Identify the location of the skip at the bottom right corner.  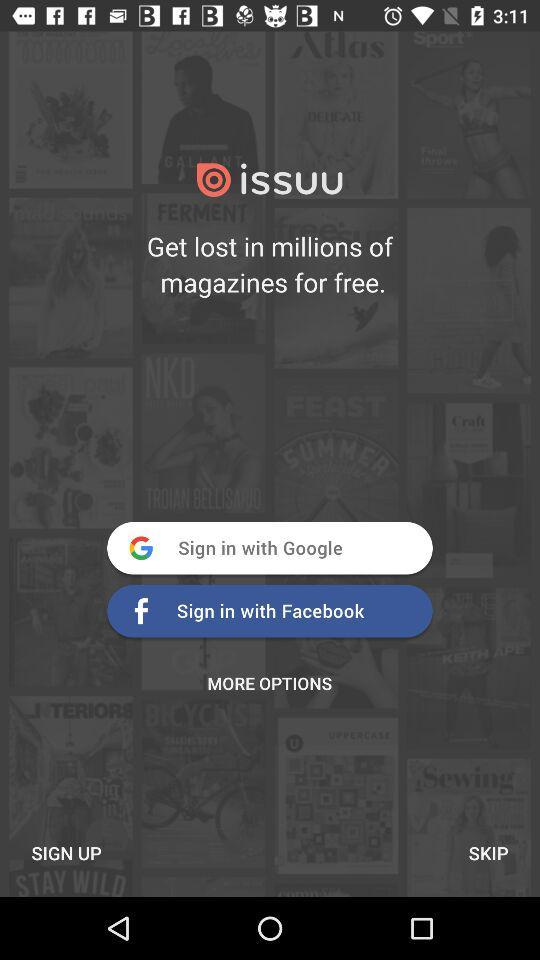
(487, 852).